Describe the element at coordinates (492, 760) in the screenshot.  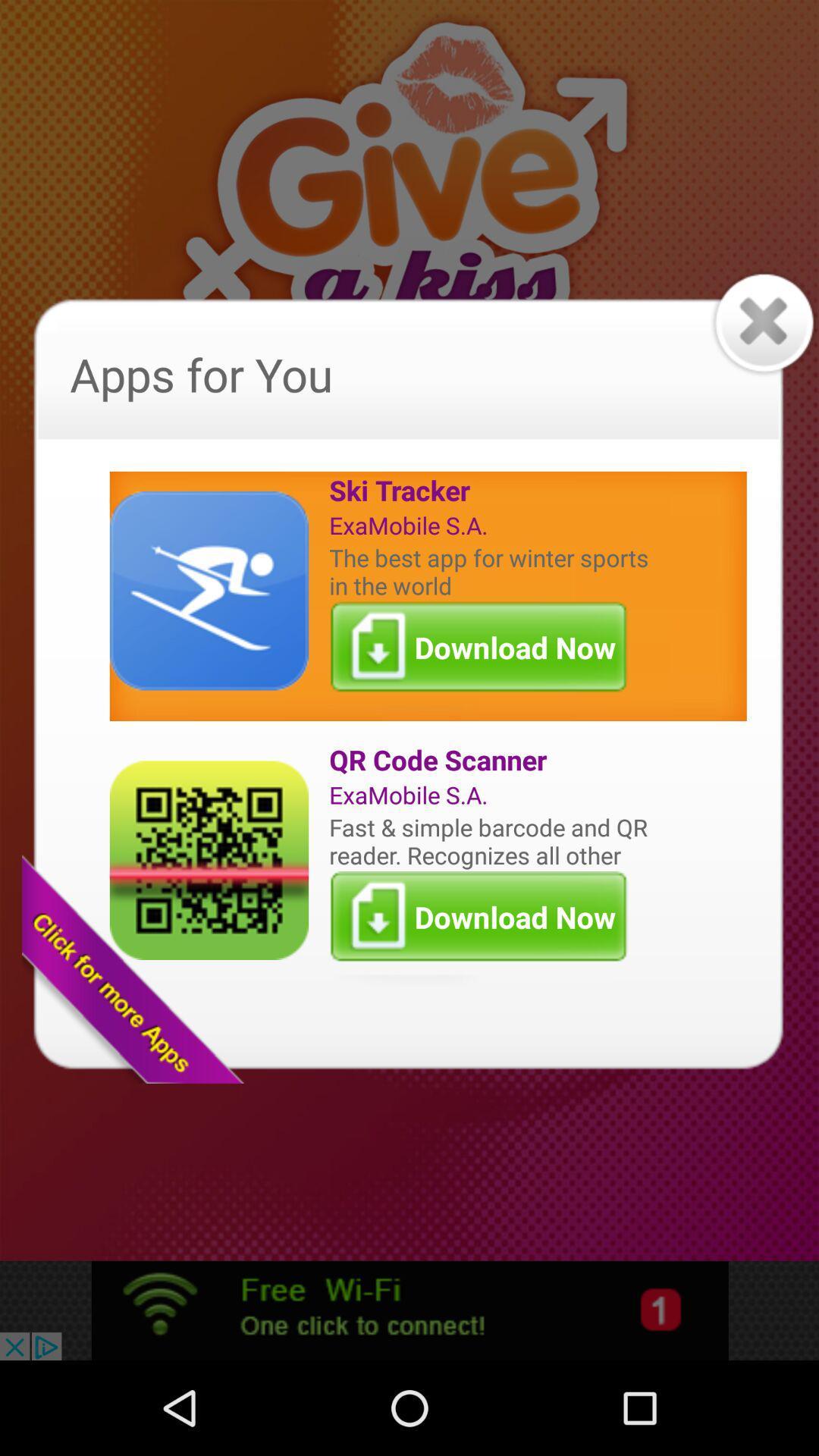
I see `the qr code scanner` at that location.